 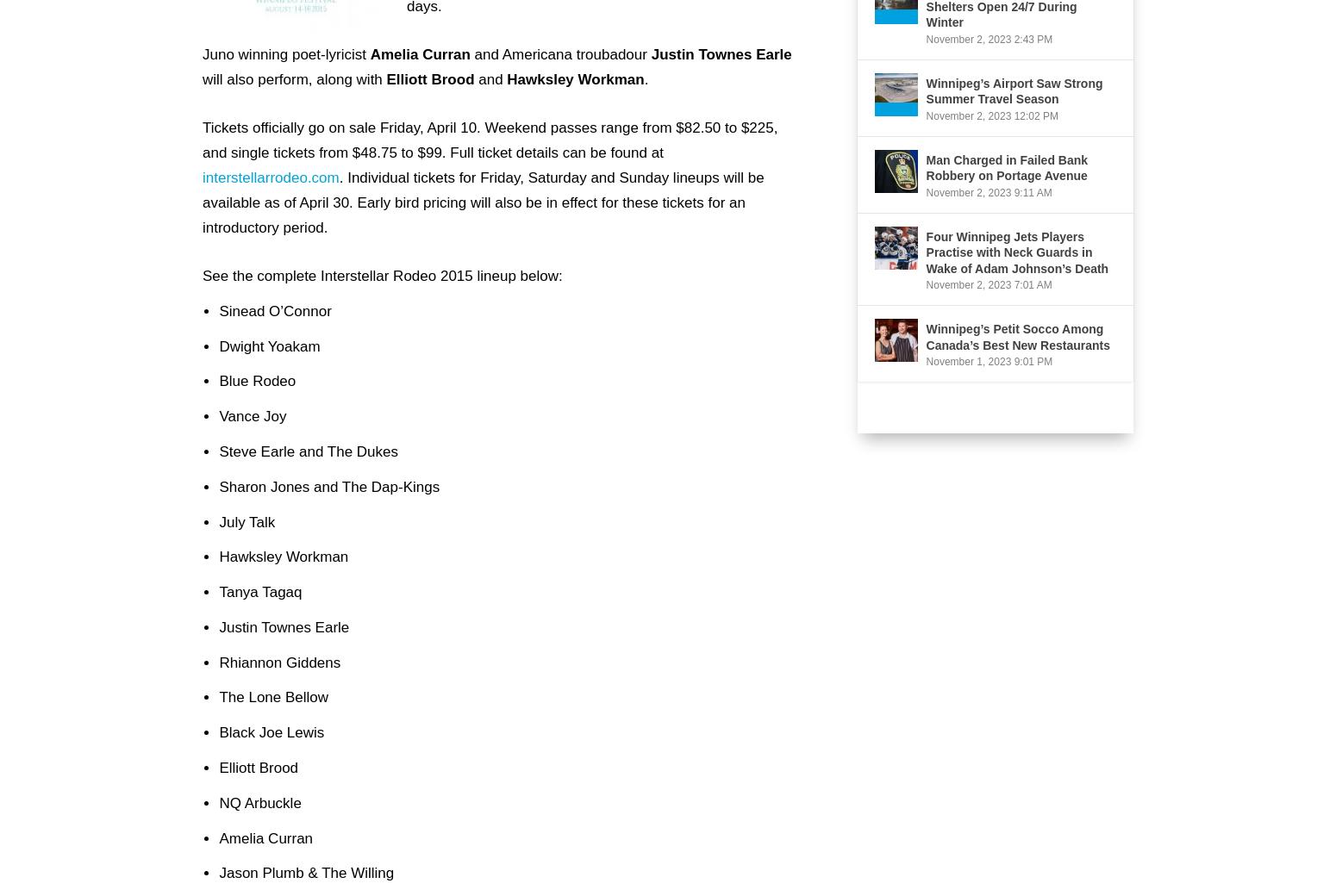 What do you see at coordinates (559, 53) in the screenshot?
I see `'and Americana troubadour'` at bounding box center [559, 53].